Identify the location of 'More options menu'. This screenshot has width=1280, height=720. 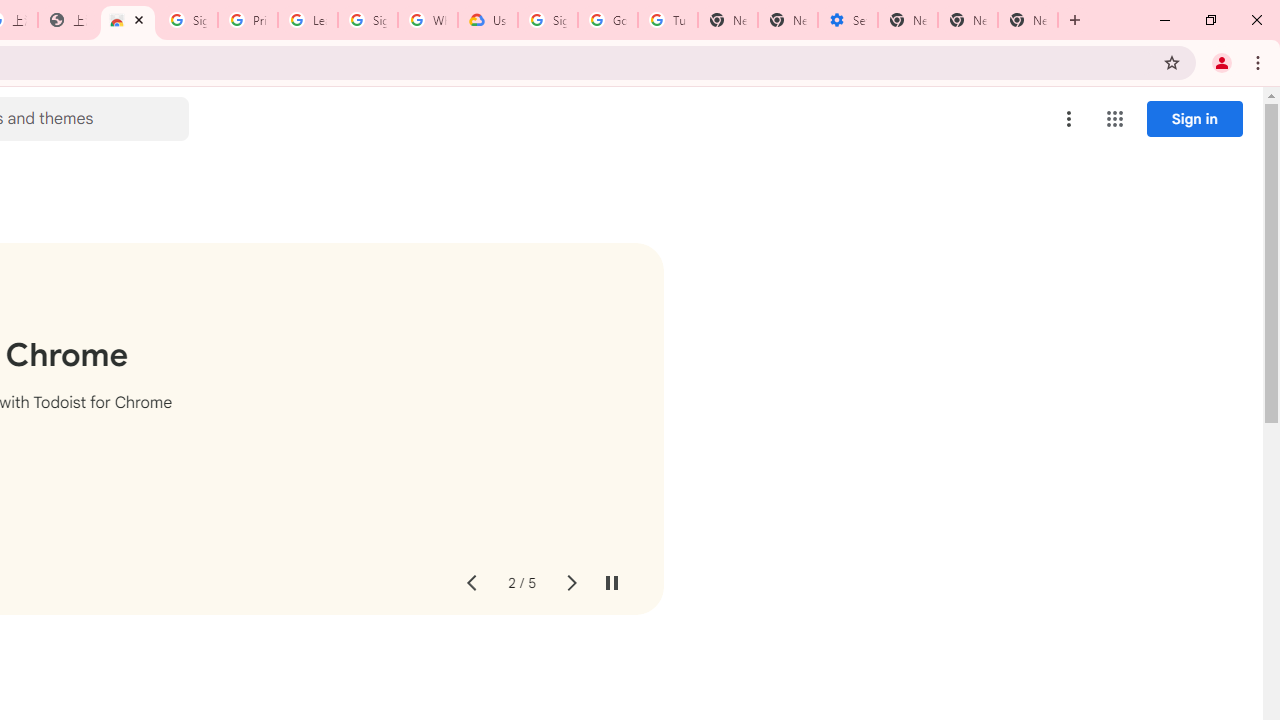
(1068, 119).